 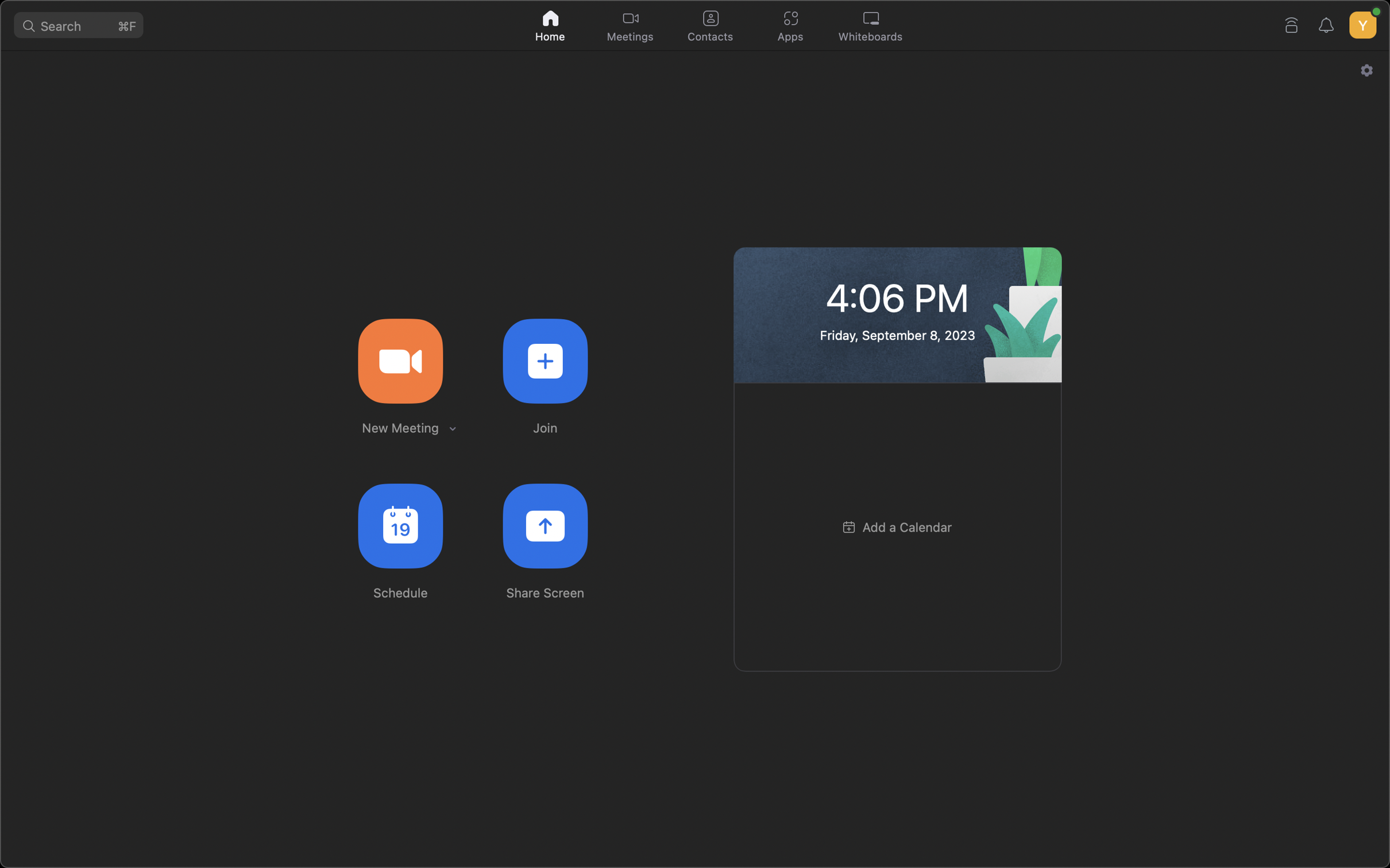 I want to click on Activate the whiteboard settings, so click(x=873, y=26).